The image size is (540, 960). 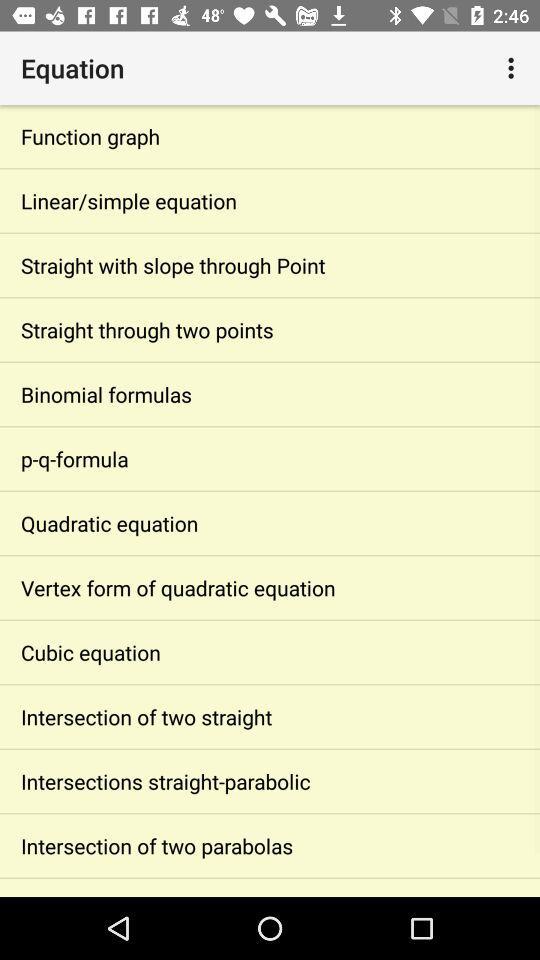 I want to click on the icon above straight with slope app, so click(x=270, y=201).